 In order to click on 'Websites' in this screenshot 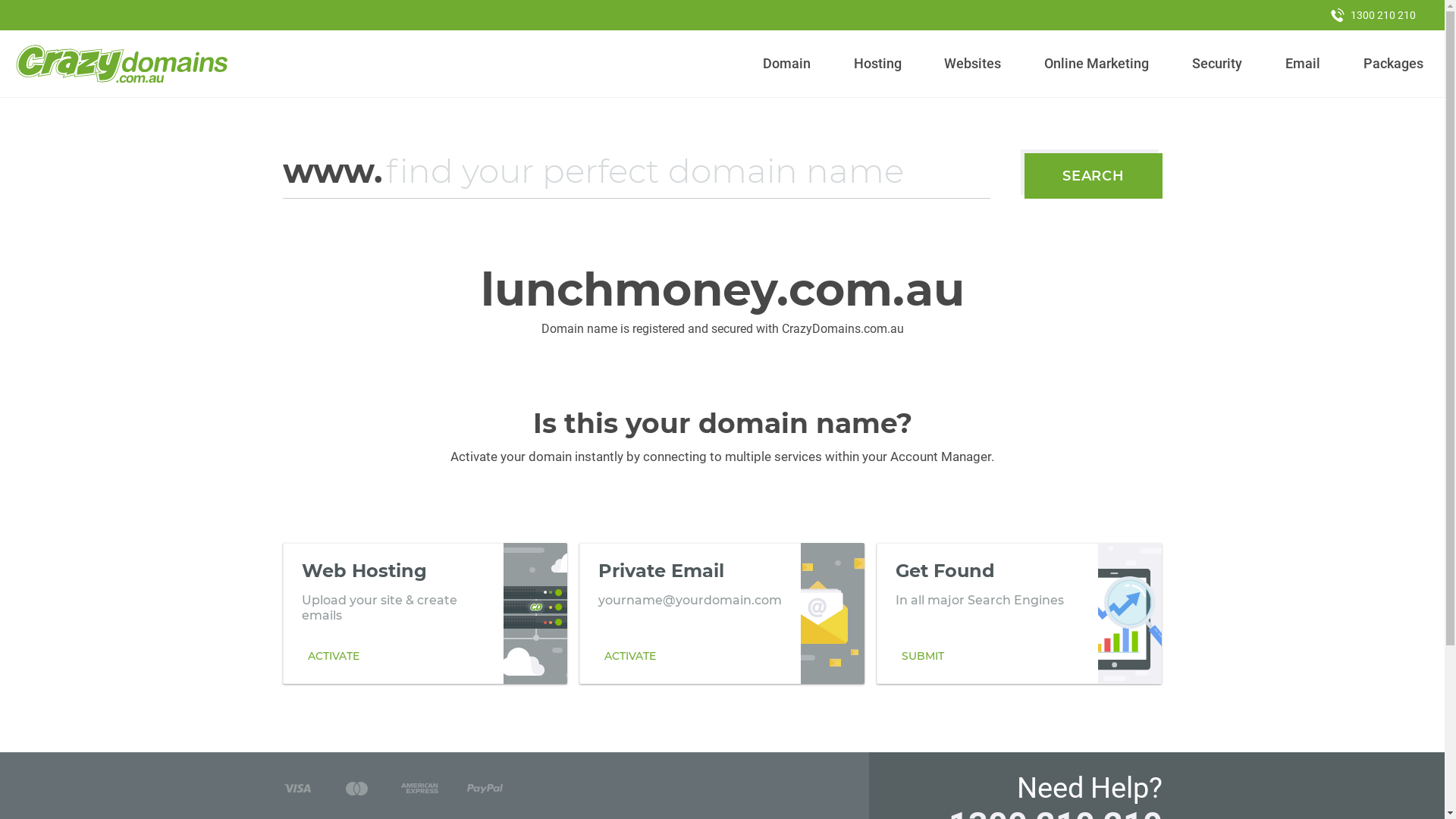, I will do `click(972, 63)`.